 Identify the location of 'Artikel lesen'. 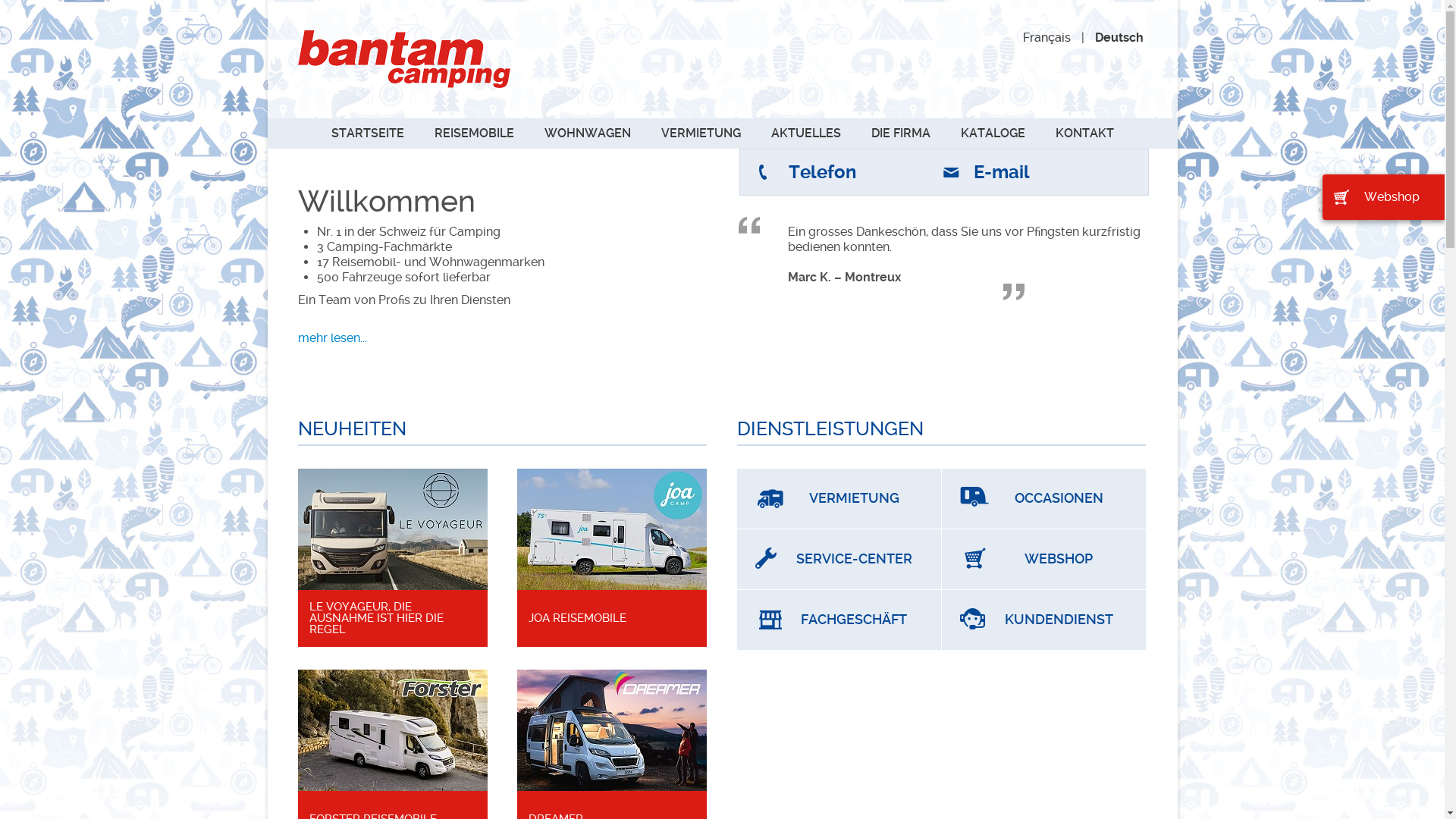
(516, 527).